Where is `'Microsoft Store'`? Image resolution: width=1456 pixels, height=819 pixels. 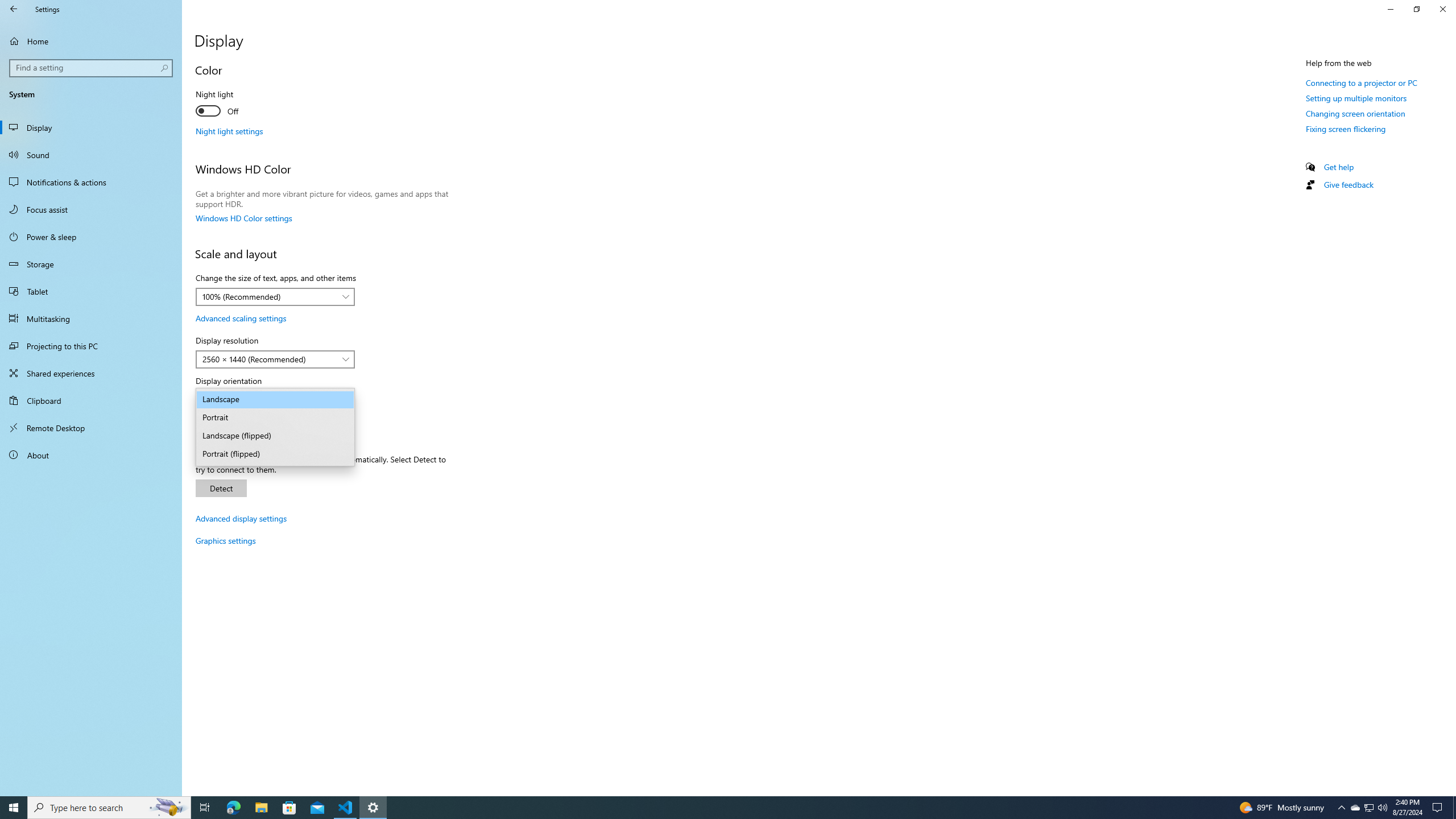 'Microsoft Store' is located at coordinates (289, 806).